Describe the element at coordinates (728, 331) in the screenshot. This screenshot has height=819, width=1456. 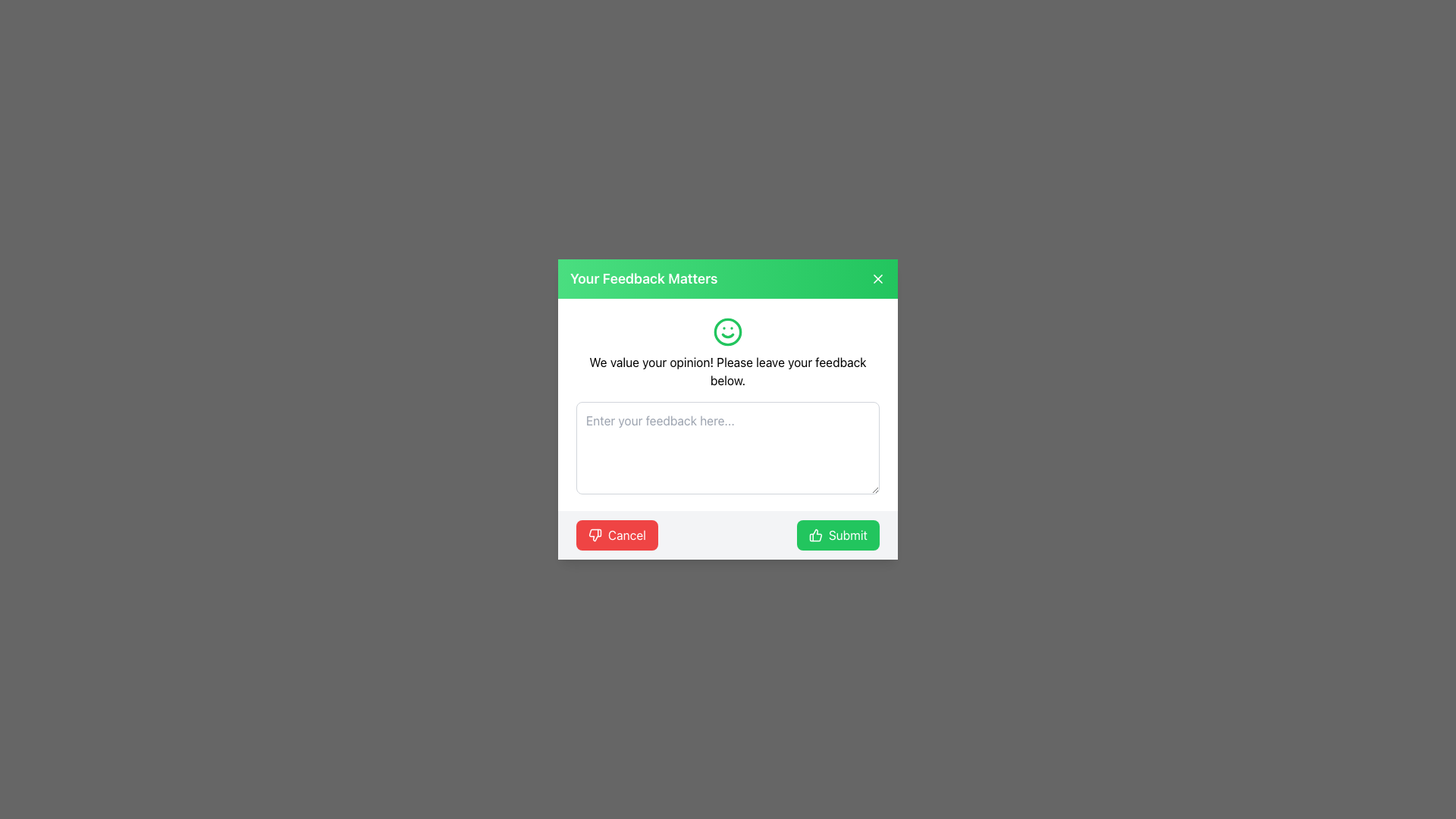
I see `the circular icon with a green outline and a smiling face, located at the top-center of the feedback dialog box, above the text 'We value your opinion! Please leave your feedback below.'` at that location.